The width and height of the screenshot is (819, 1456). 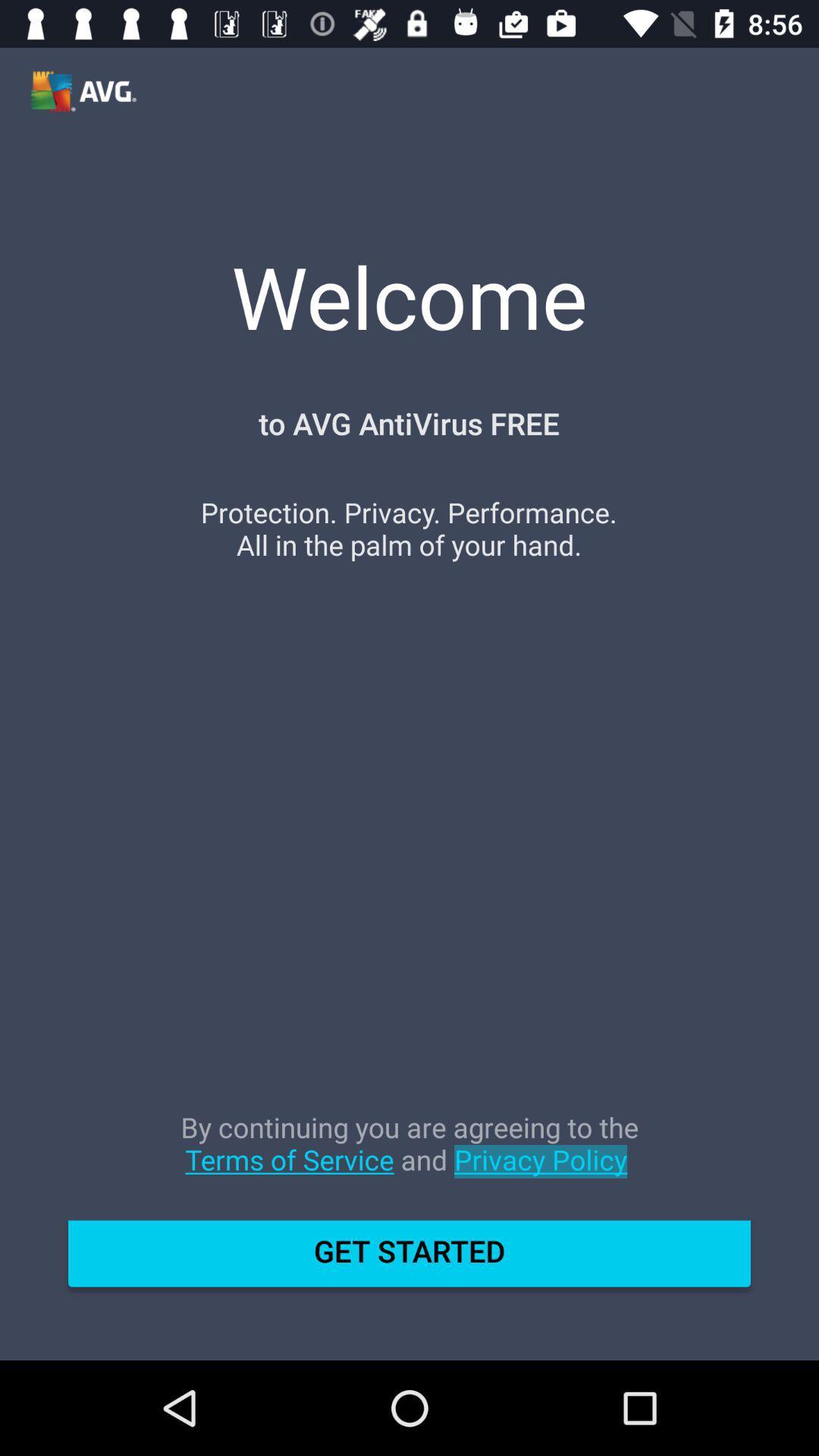 I want to click on the icon above the get started icon, so click(x=409, y=1158).